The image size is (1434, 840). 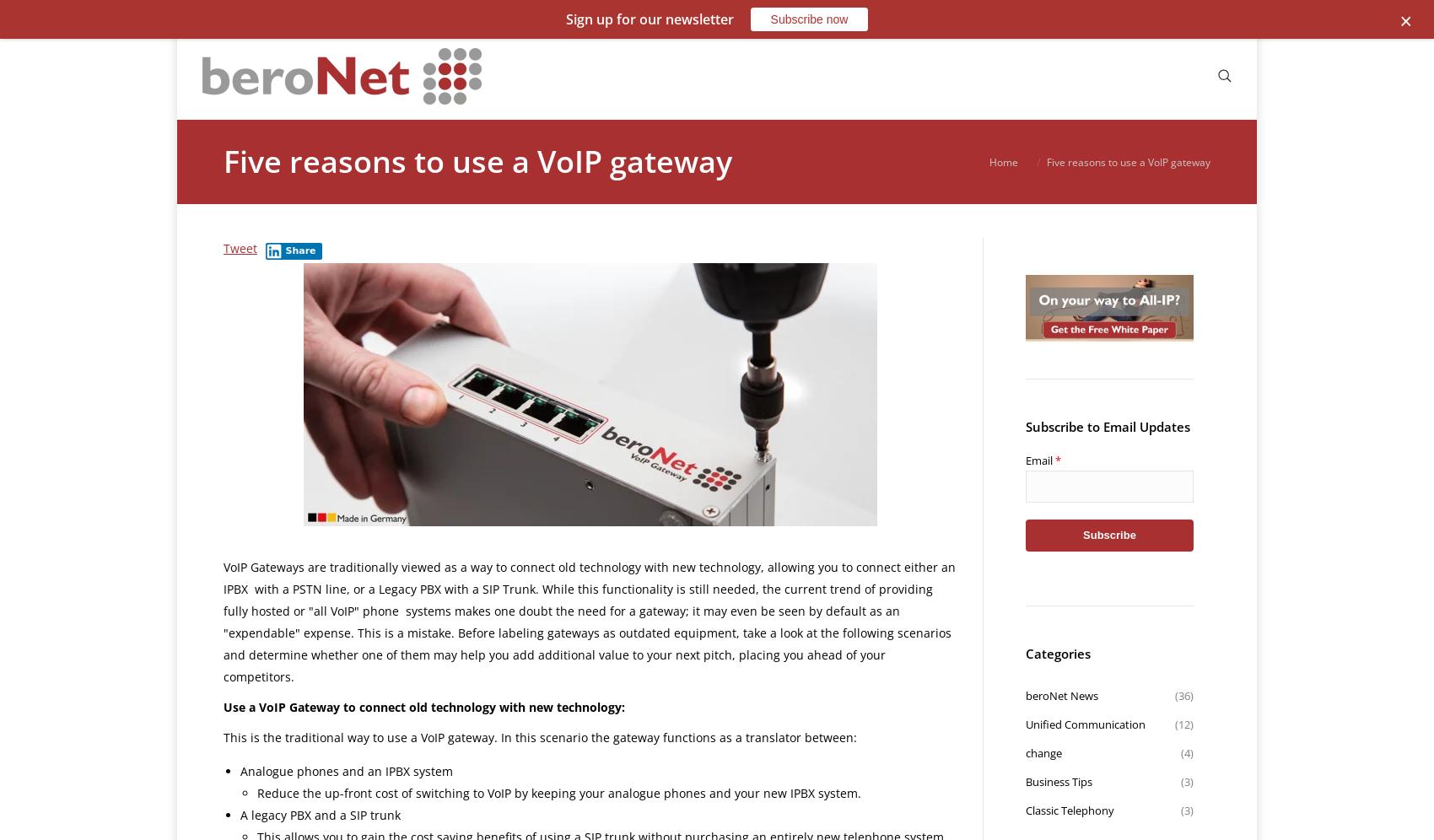 What do you see at coordinates (418, 771) in the screenshot?
I see `'IPBX system'` at bounding box center [418, 771].